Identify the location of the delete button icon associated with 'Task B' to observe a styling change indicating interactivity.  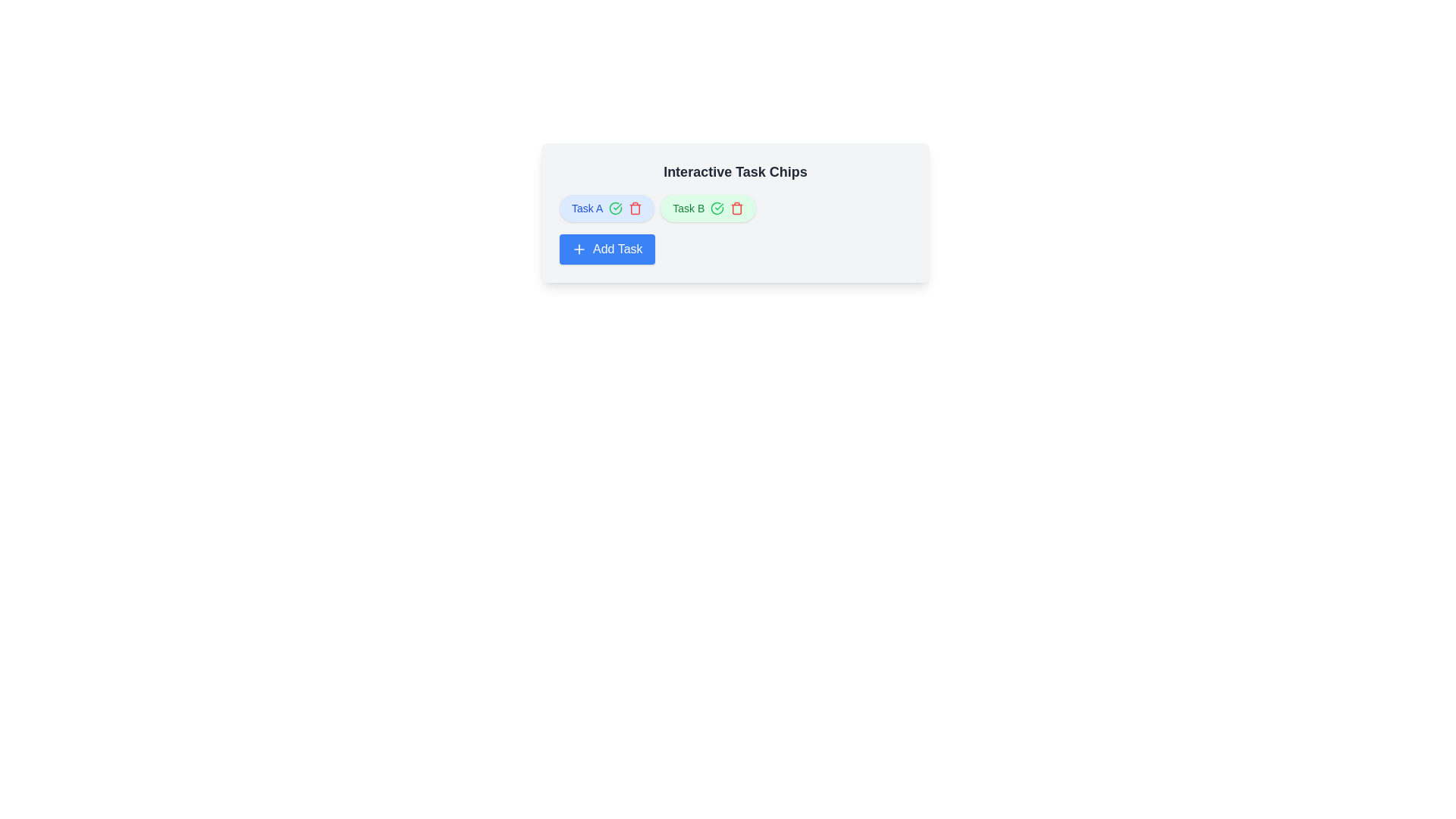
(737, 208).